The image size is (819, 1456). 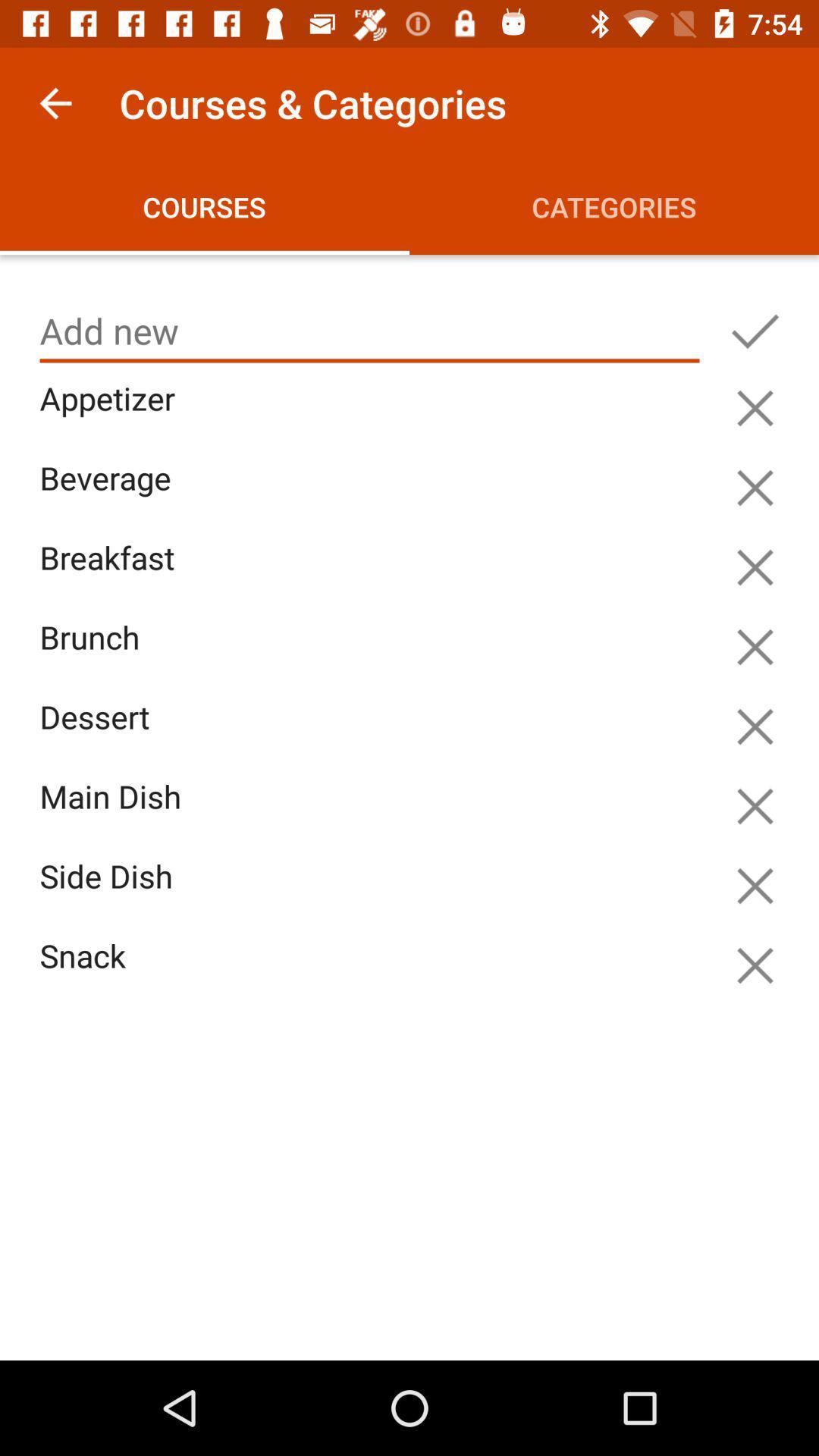 I want to click on the item above dessert, so click(x=373, y=655).